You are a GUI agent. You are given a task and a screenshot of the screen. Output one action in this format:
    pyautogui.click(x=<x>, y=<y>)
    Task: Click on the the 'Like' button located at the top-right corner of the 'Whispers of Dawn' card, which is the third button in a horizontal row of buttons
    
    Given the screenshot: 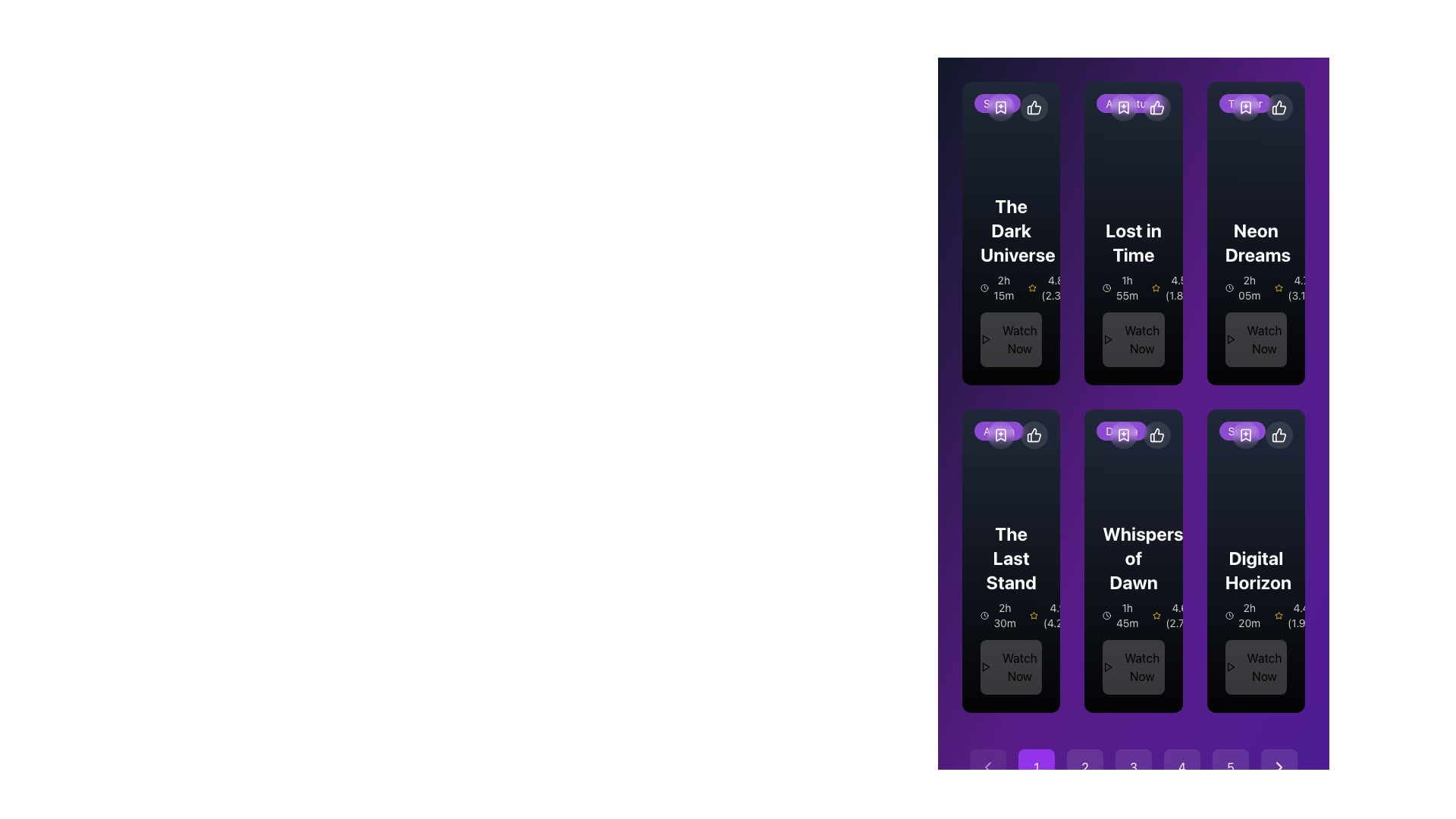 What is the action you would take?
    pyautogui.click(x=1156, y=435)
    